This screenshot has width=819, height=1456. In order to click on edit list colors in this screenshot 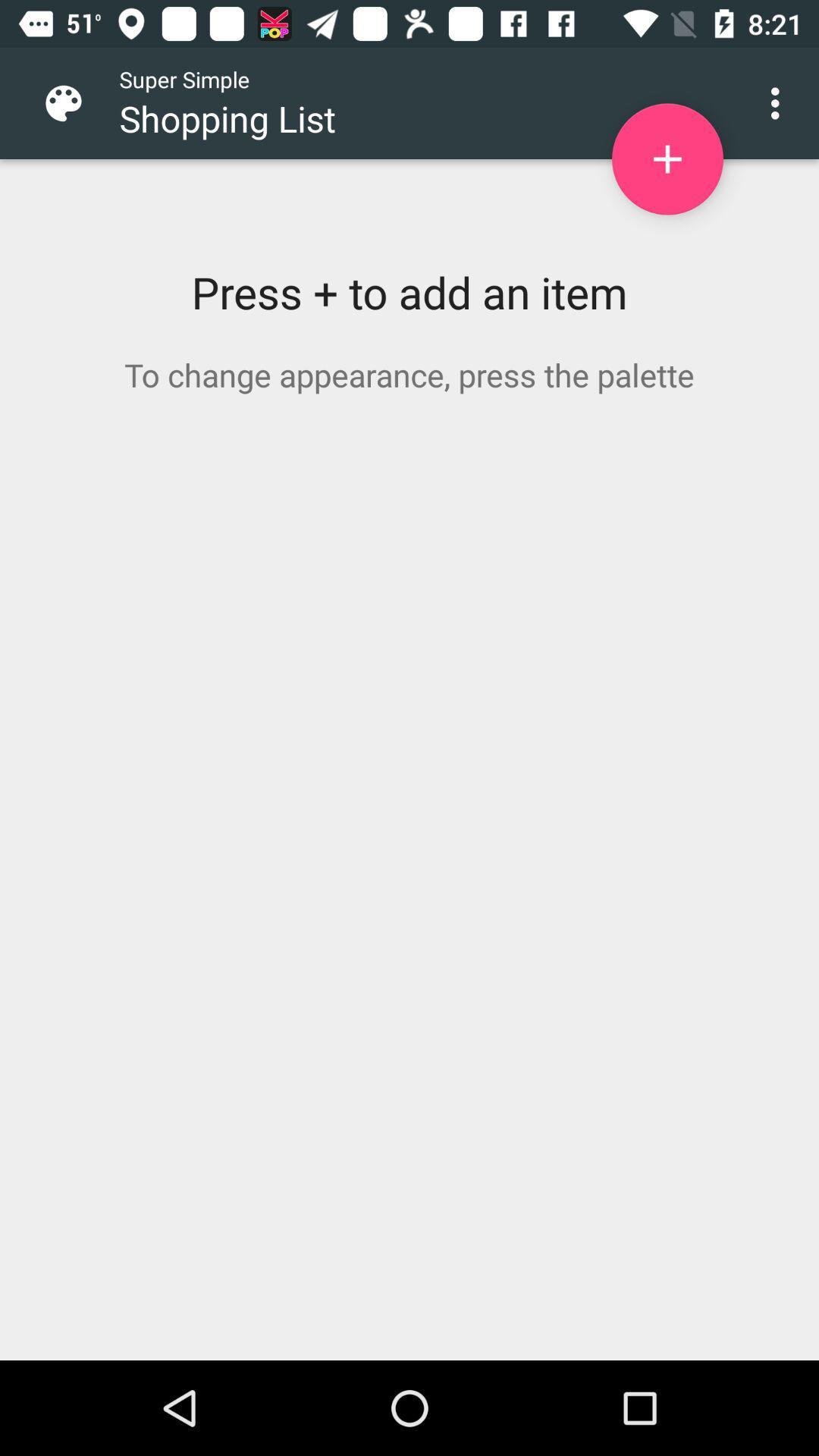, I will do `click(75, 102)`.